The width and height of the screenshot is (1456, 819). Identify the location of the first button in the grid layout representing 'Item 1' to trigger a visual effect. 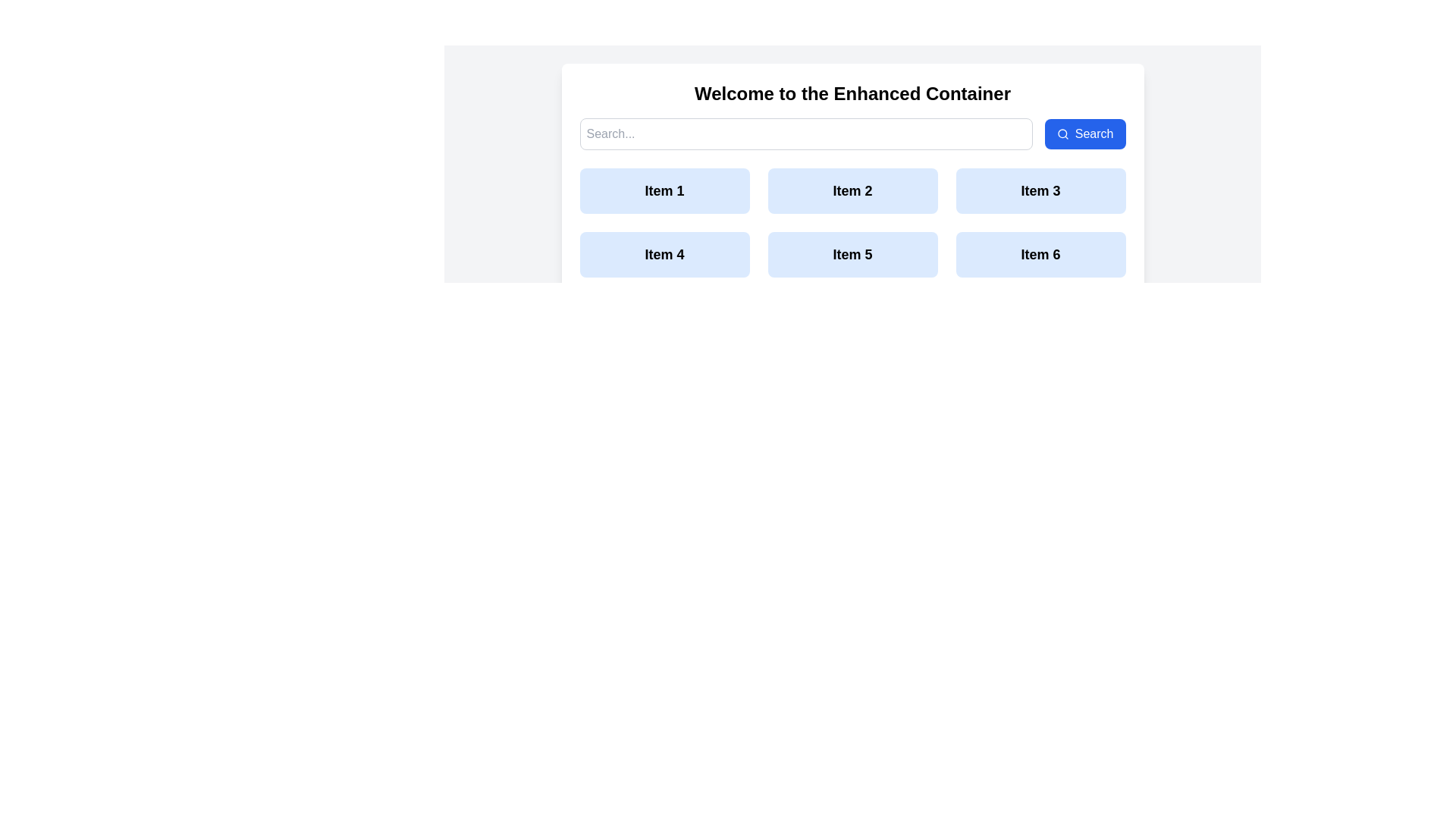
(664, 190).